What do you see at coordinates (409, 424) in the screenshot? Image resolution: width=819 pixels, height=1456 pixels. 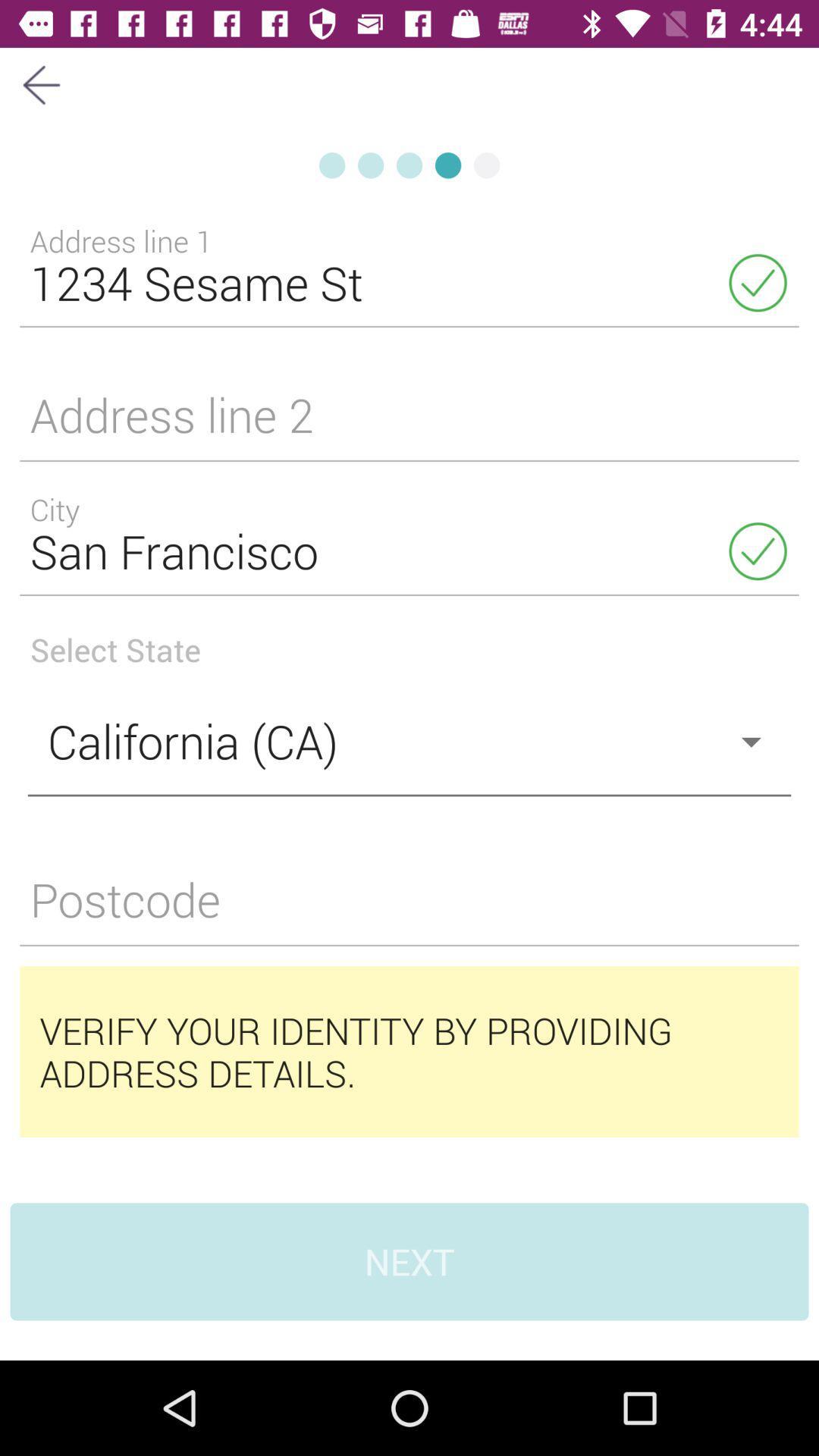 I see `wirtting to the address` at bounding box center [409, 424].